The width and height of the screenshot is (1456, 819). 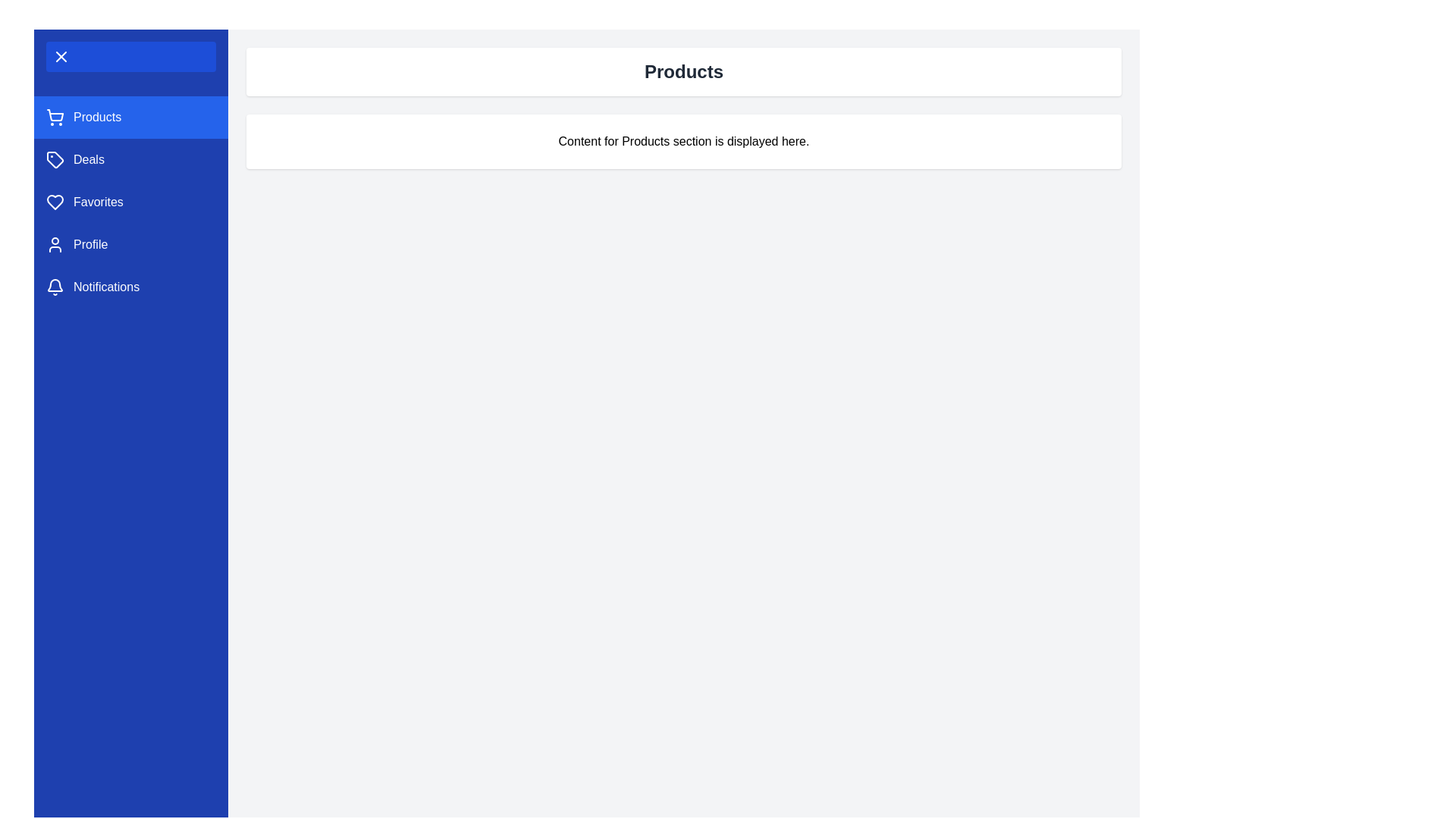 I want to click on the 'Deals' text label, which is displayed in white on a blue background and located in the vertical sidebar menu, positioned between 'Products' and 'Favorites', so click(x=88, y=160).